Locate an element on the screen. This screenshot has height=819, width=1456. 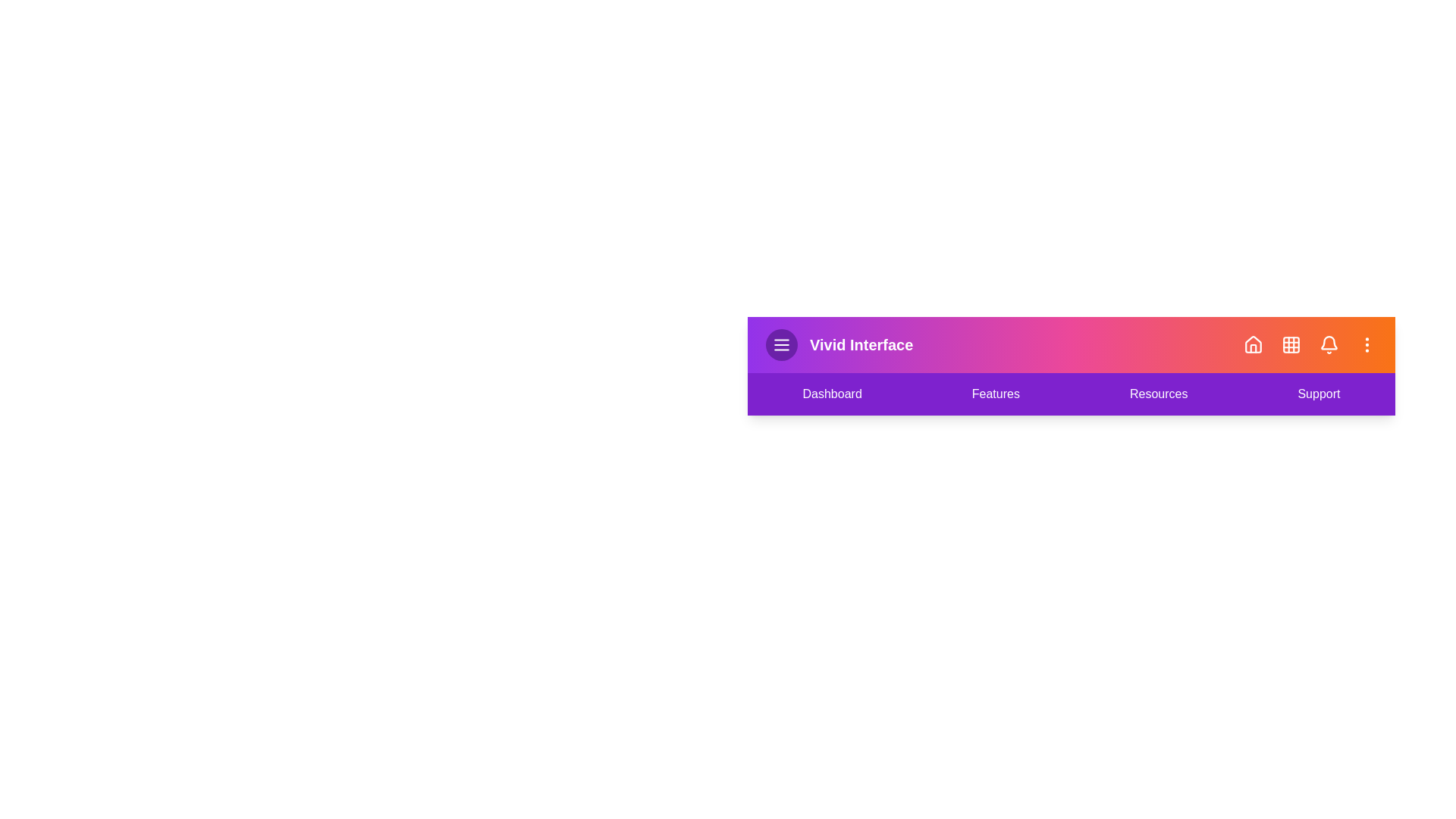
the Features navigation link is located at coordinates (996, 394).